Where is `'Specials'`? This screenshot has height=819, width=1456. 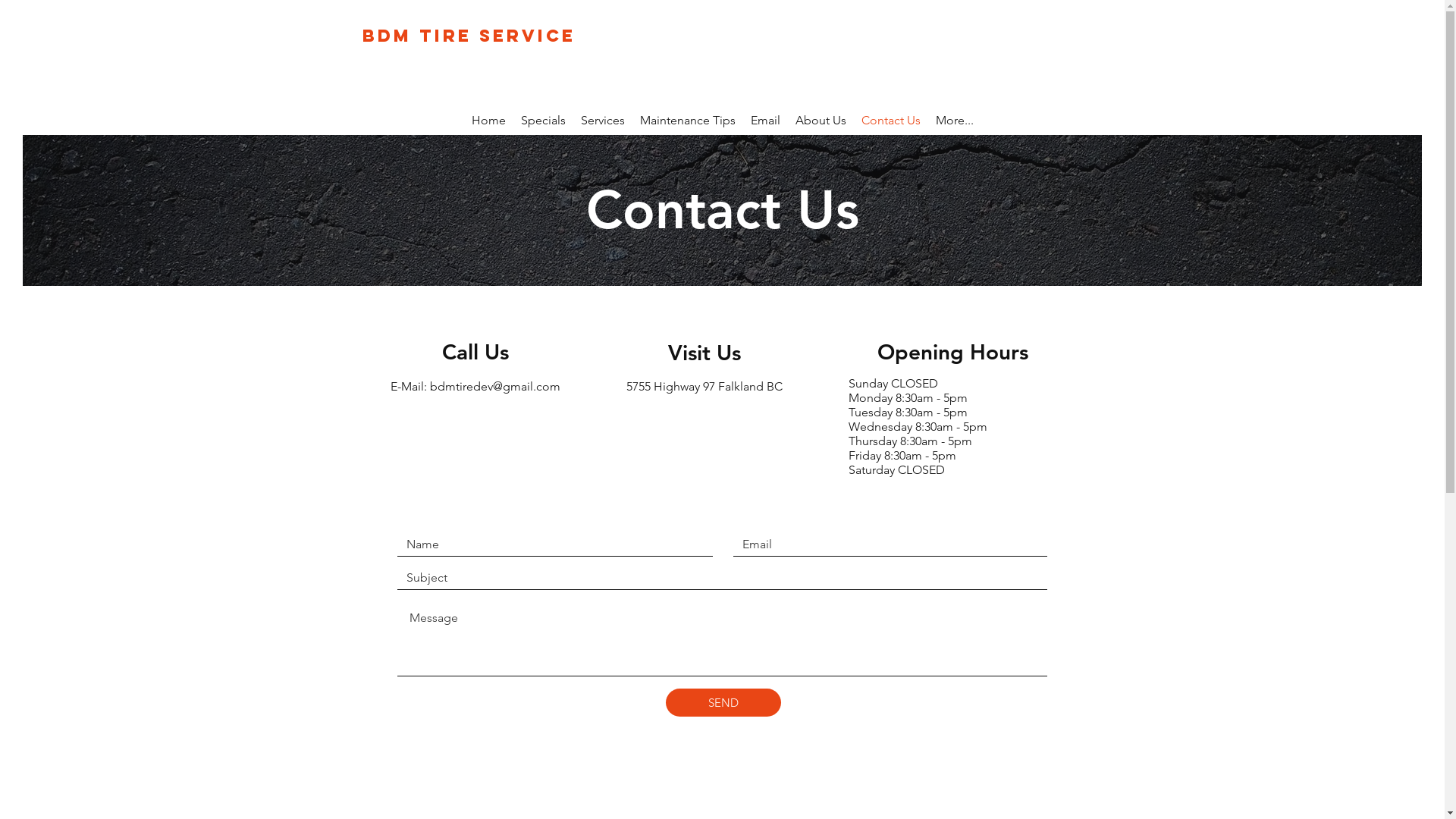 'Specials' is located at coordinates (513, 122).